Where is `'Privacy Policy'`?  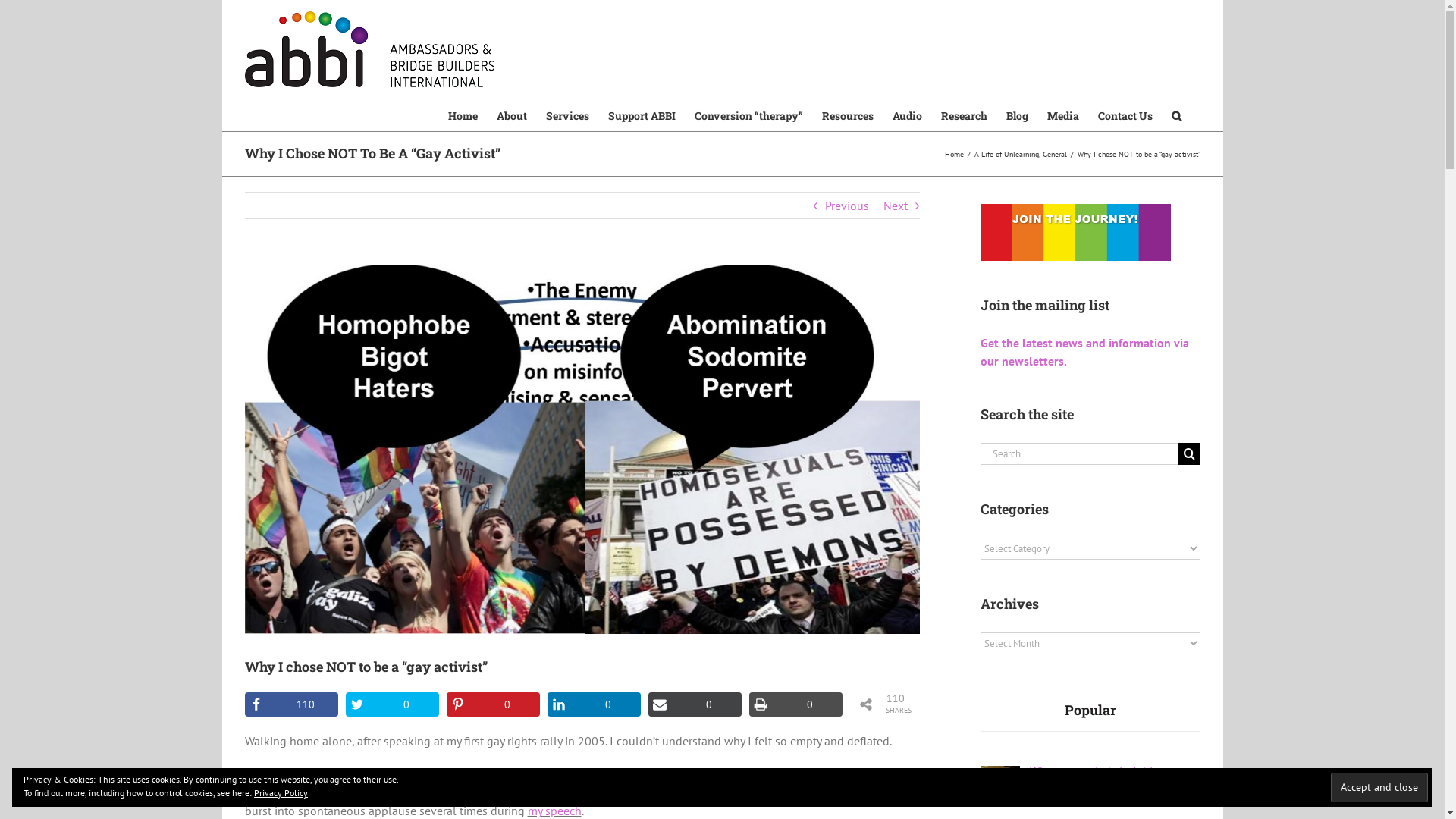 'Privacy Policy' is located at coordinates (281, 792).